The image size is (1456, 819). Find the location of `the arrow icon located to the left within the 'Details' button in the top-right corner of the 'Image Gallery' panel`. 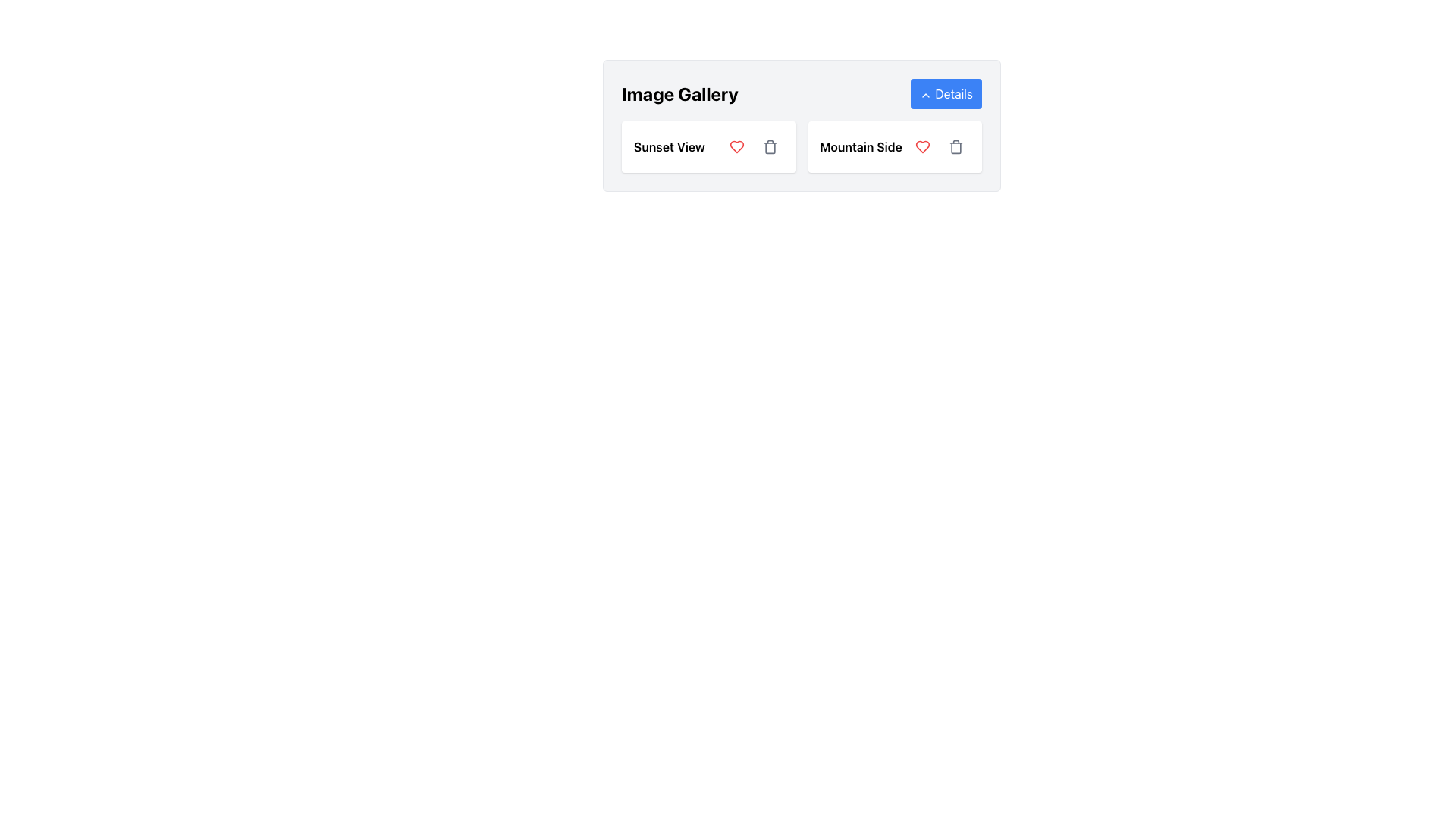

the arrow icon located to the left within the 'Details' button in the top-right corner of the 'Image Gallery' panel is located at coordinates (925, 95).